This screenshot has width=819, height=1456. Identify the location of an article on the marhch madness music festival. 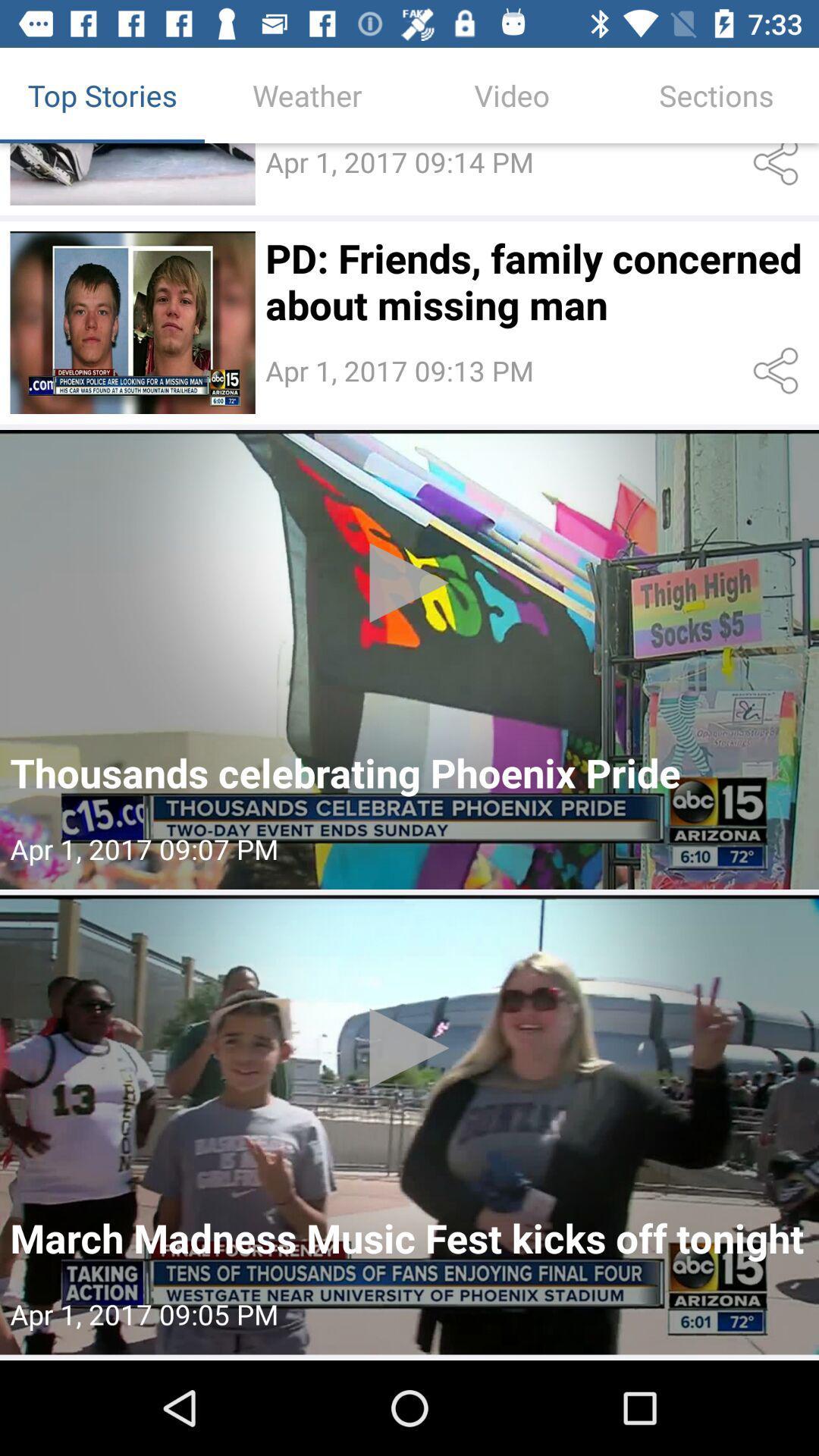
(409, 1125).